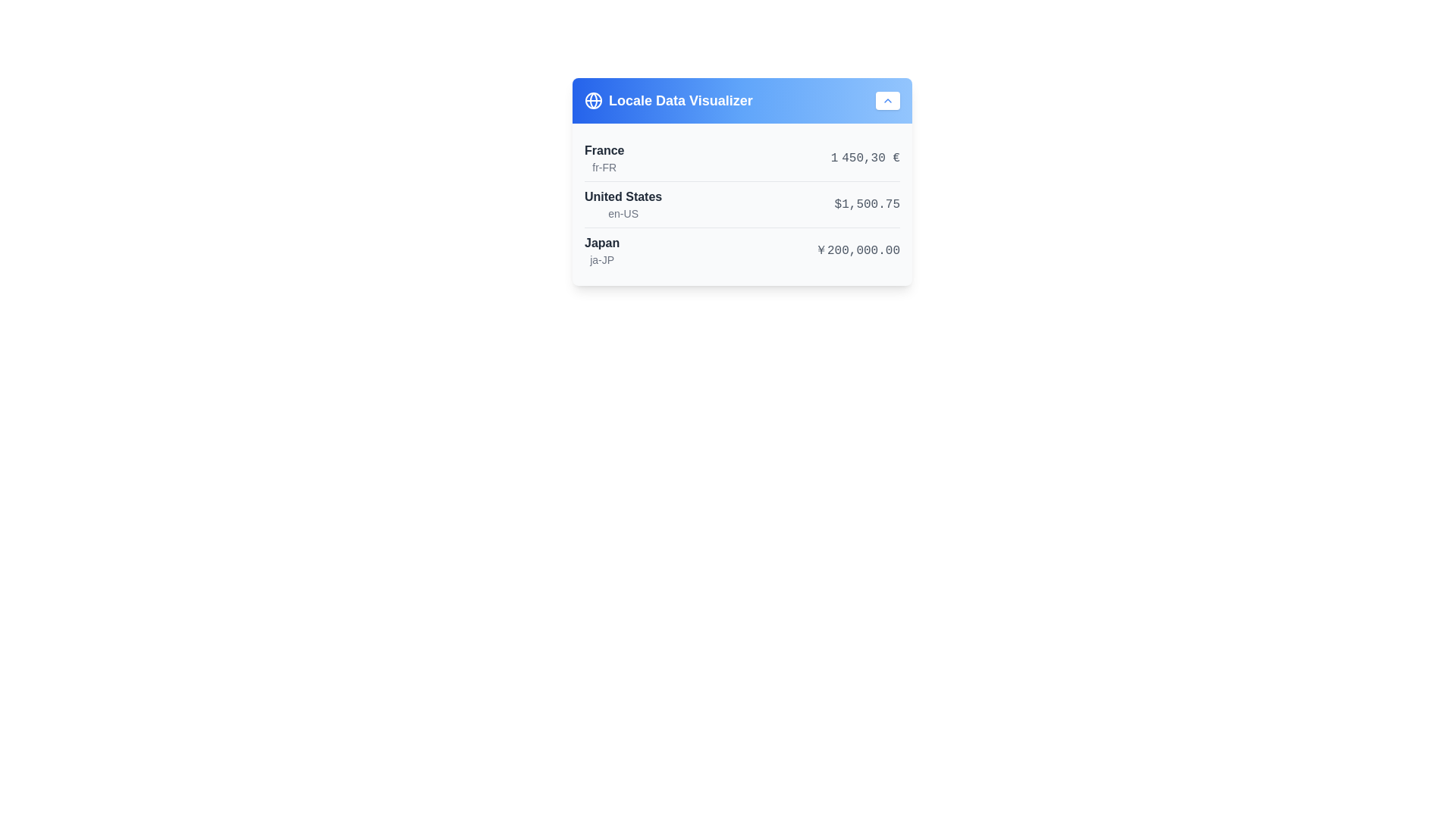 This screenshot has height=819, width=1456. What do you see at coordinates (592, 100) in the screenshot?
I see `the globe icon styled in white within a blue circular background, located to the left of the text 'Locale Data Visualizer', aligned horizontally and vertically centered in the header` at bounding box center [592, 100].